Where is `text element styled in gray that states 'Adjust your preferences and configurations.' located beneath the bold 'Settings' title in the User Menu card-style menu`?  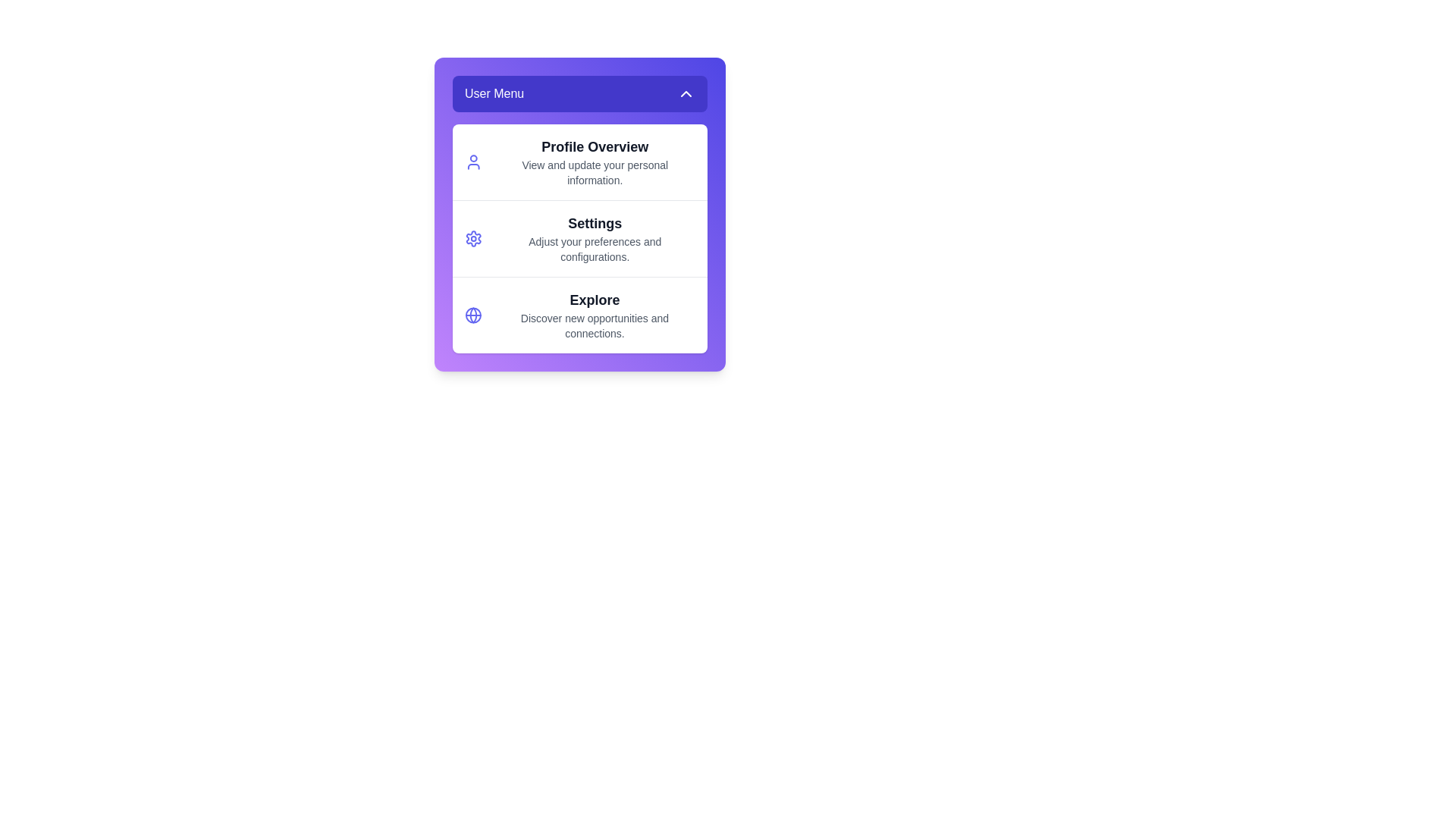 text element styled in gray that states 'Adjust your preferences and configurations.' located beneath the bold 'Settings' title in the User Menu card-style menu is located at coordinates (594, 248).